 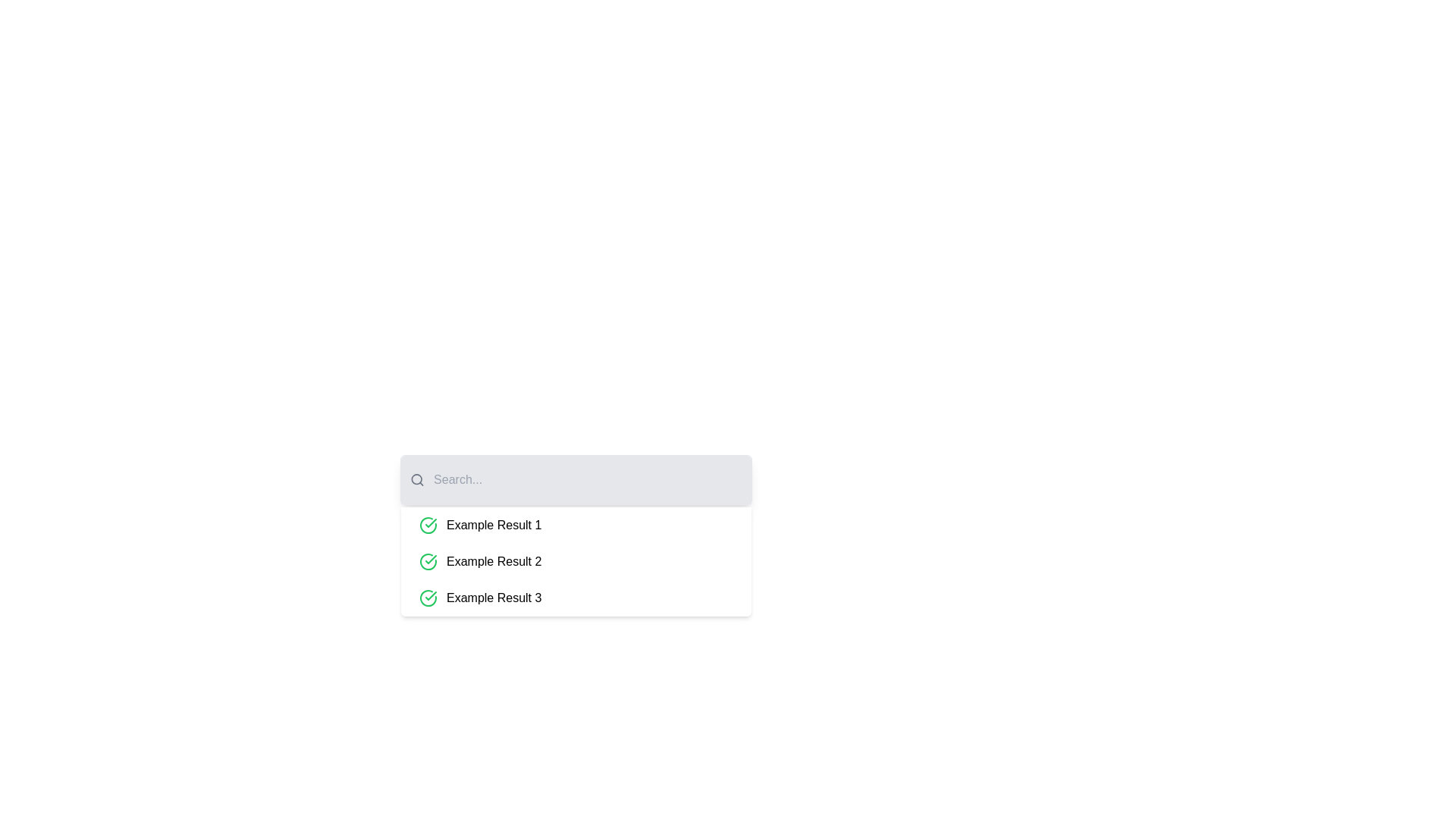 What do you see at coordinates (428, 598) in the screenshot?
I see `the visual indicator icon for the search result entry labeled 'Example Result 3', which is located on the left side of the third row in the results list` at bounding box center [428, 598].